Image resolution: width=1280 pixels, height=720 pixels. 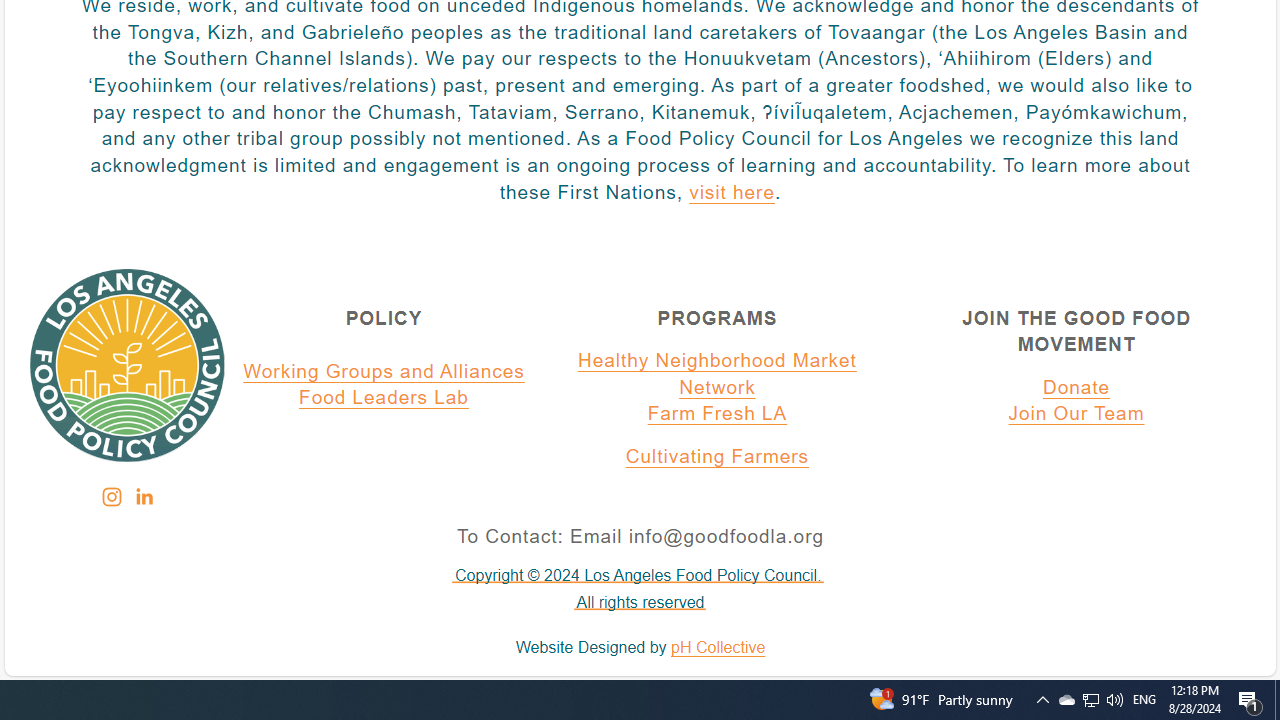 I want to click on 'Join Our Team', so click(x=1076, y=414).